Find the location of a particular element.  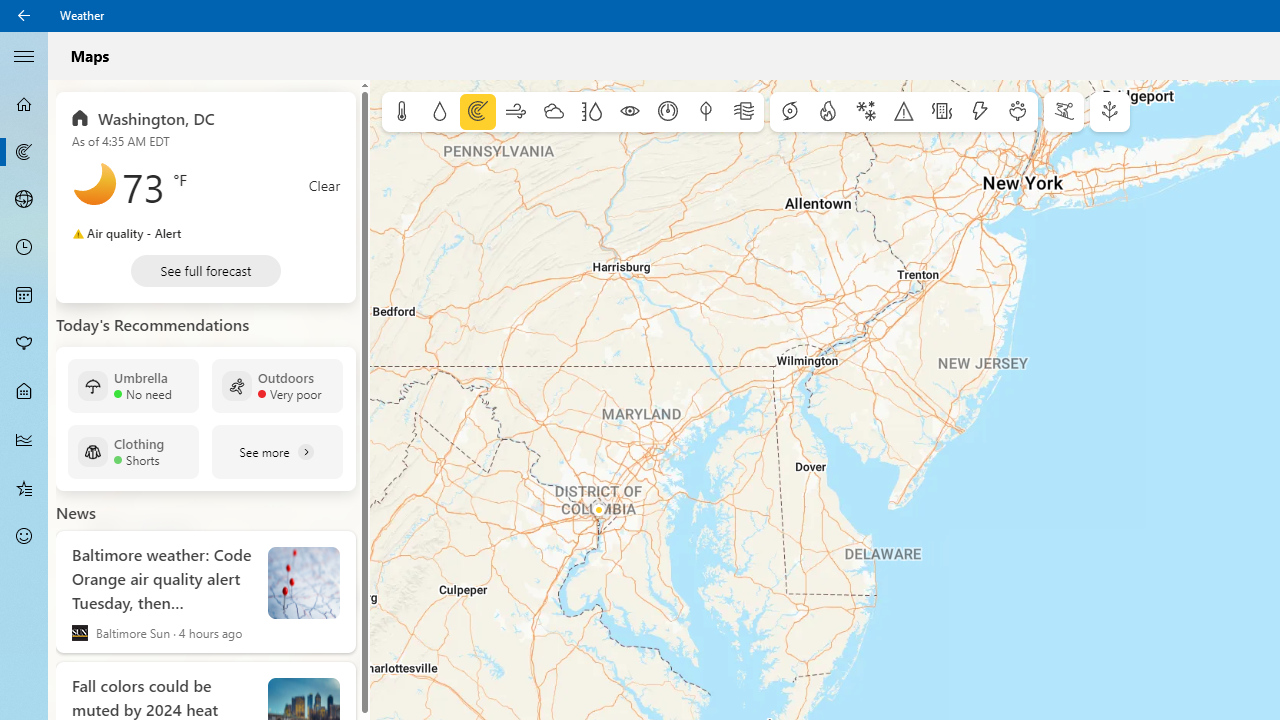

'Collapse Navigation' is located at coordinates (24, 54).